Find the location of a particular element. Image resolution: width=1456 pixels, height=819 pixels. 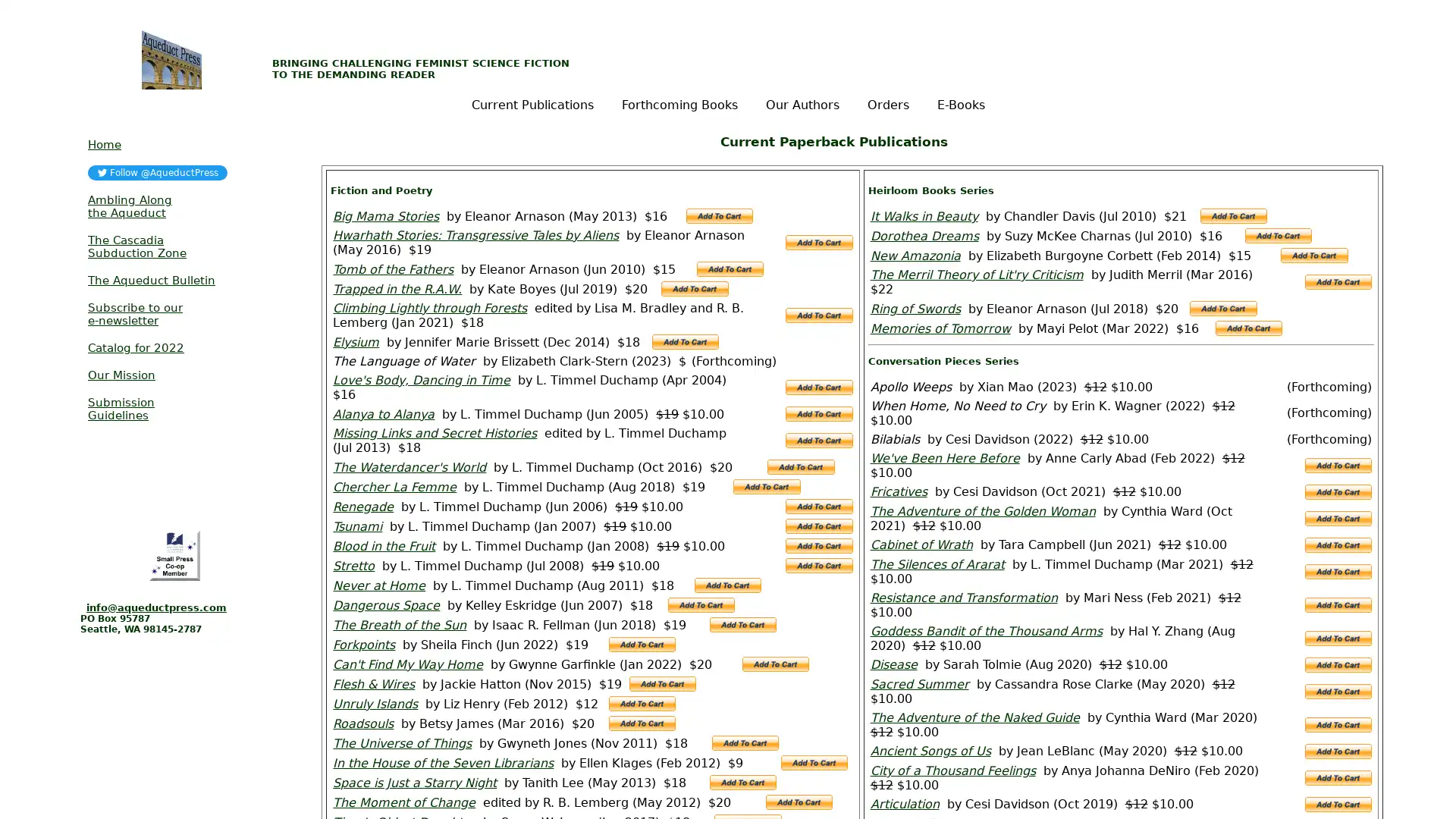

Make payments with PayPal - it\'s fast, free and secure! is located at coordinates (1338, 723).